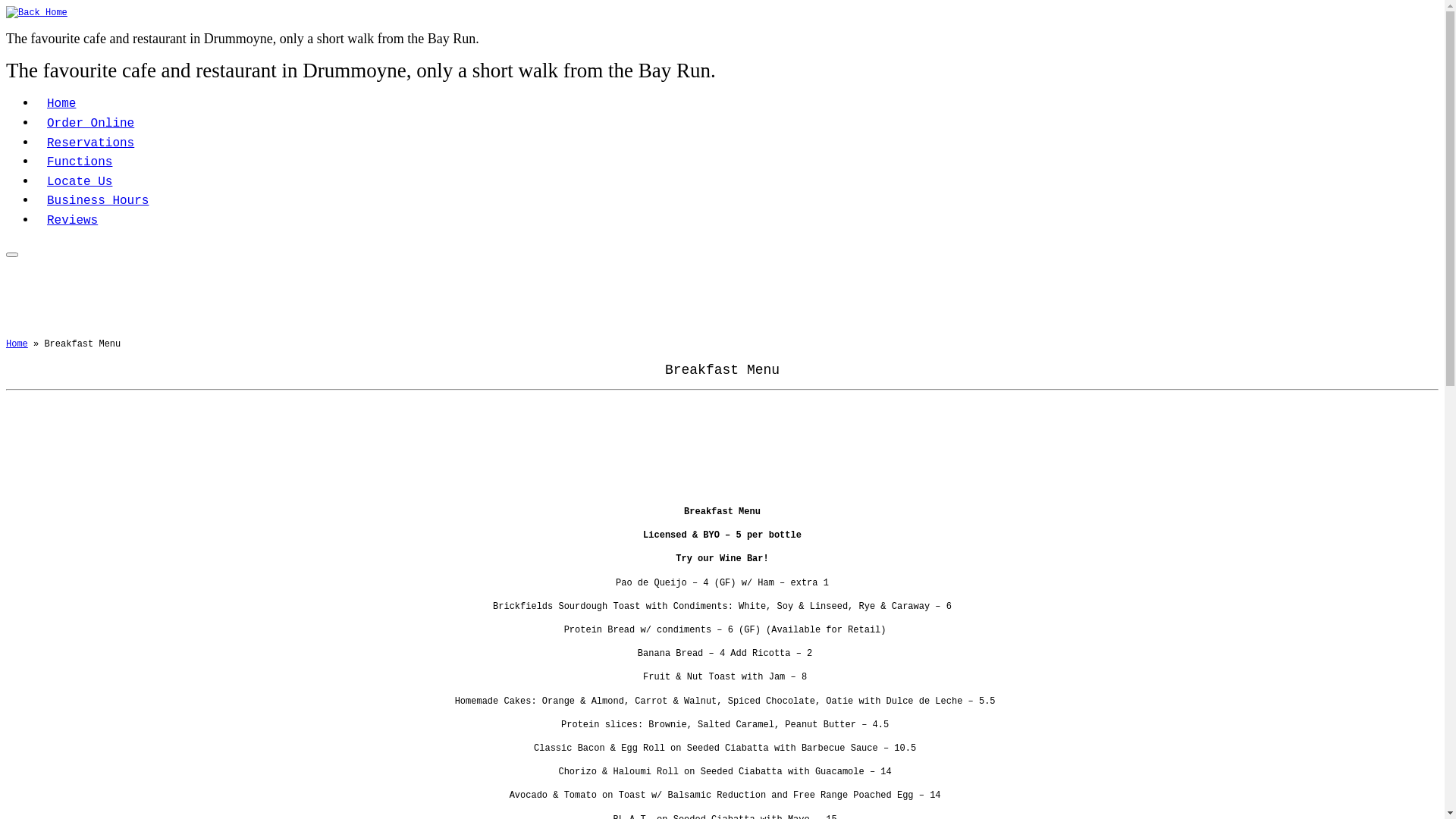 This screenshot has height=819, width=1456. Describe the element at coordinates (89, 122) in the screenshot. I see `'Order Online'` at that location.